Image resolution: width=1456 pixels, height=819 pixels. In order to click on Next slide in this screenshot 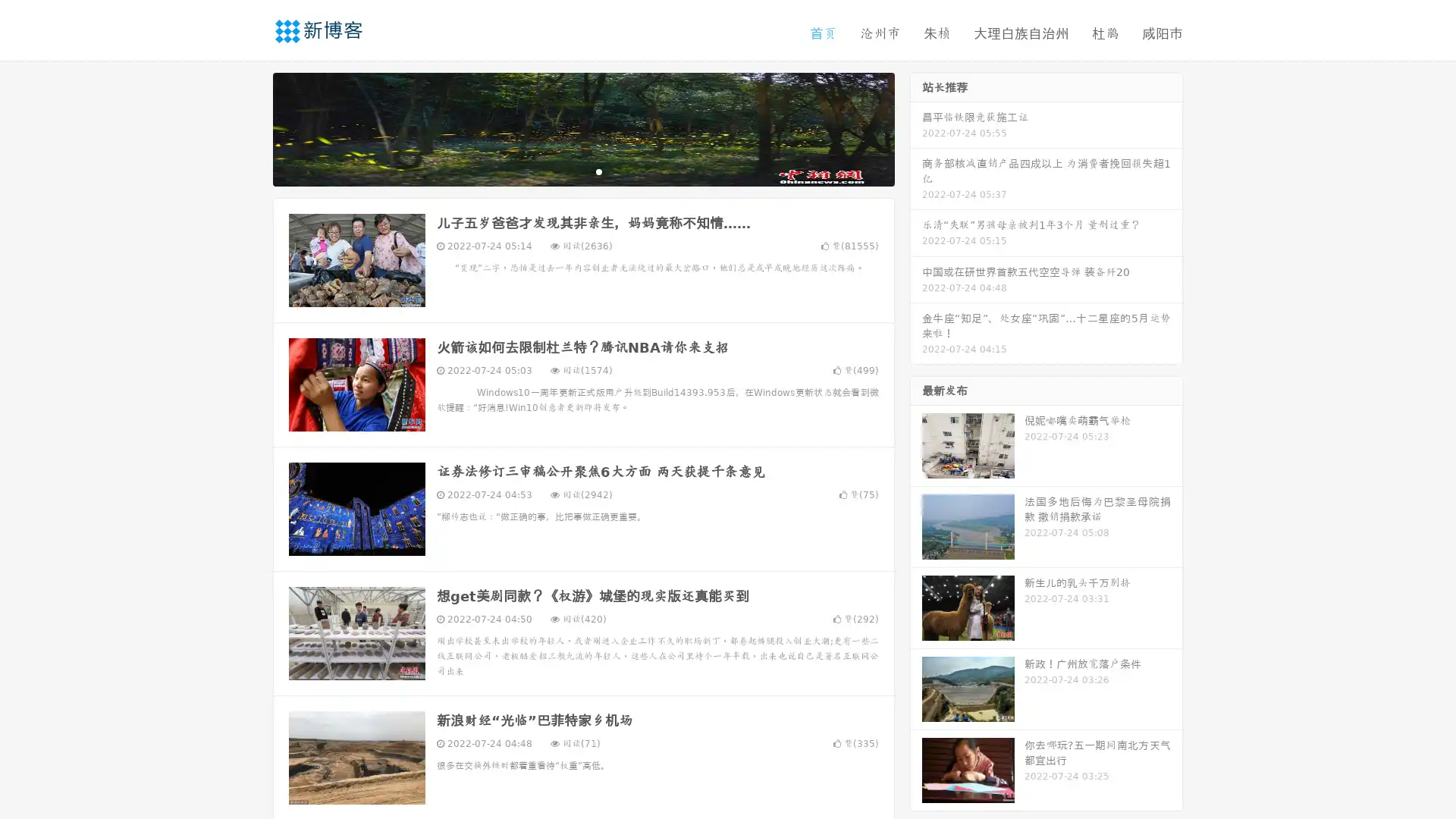, I will do `click(916, 127)`.